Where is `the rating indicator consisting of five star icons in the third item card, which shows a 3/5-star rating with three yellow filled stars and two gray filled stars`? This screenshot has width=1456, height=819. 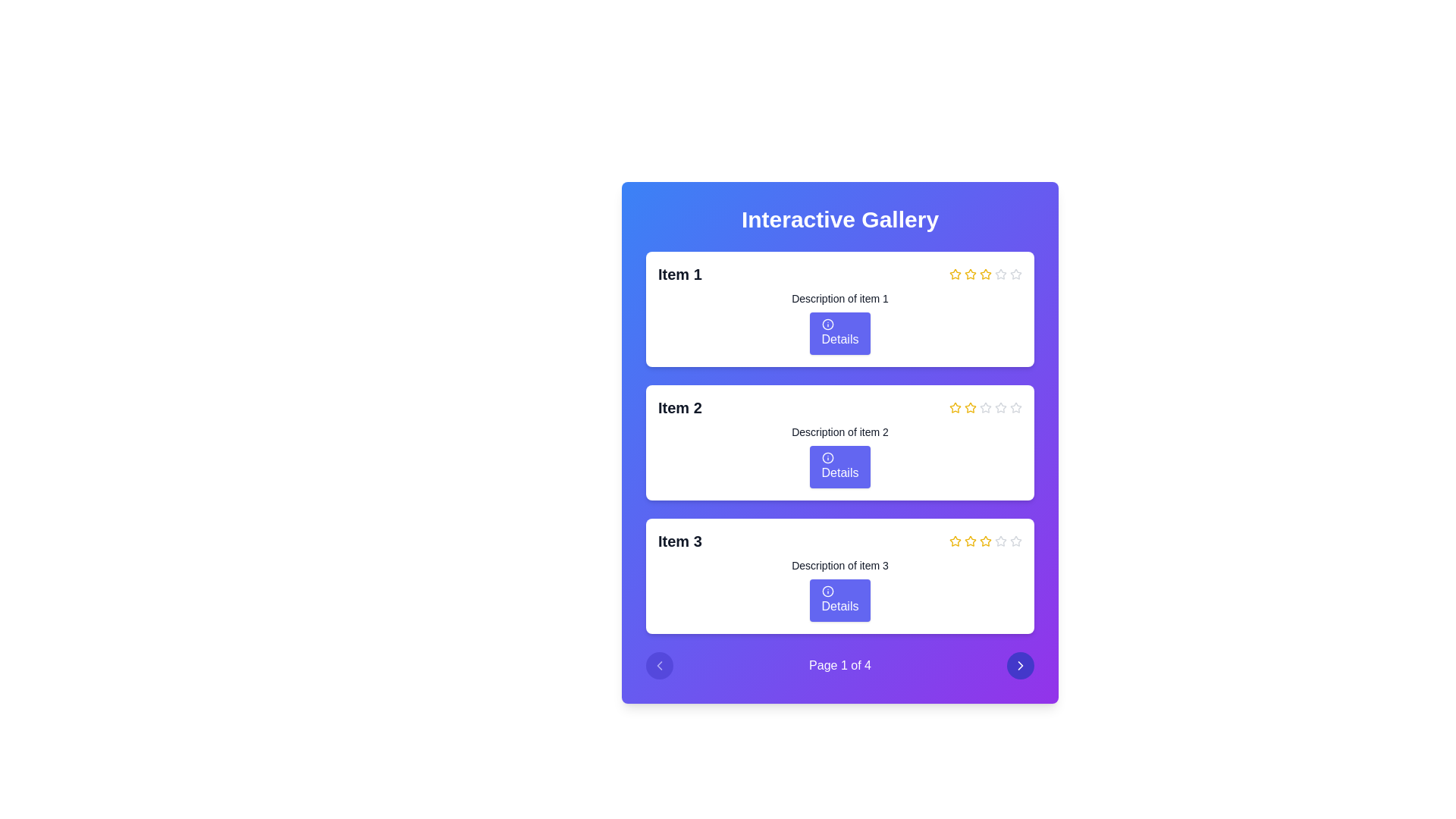 the rating indicator consisting of five star icons in the third item card, which shows a 3/5-star rating with three yellow filled stars and two gray filled stars is located at coordinates (986, 540).